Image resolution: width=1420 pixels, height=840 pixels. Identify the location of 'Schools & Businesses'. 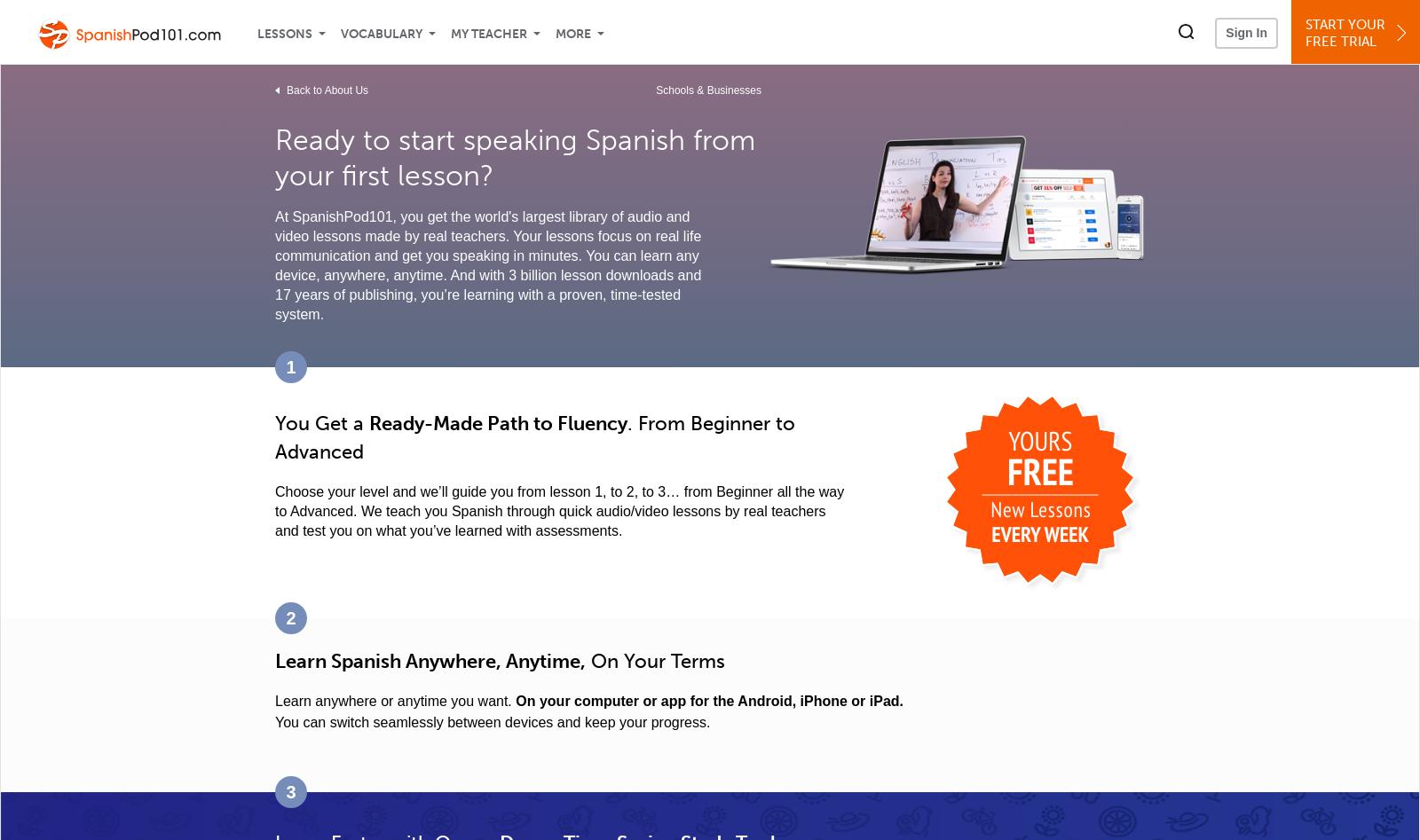
(656, 89).